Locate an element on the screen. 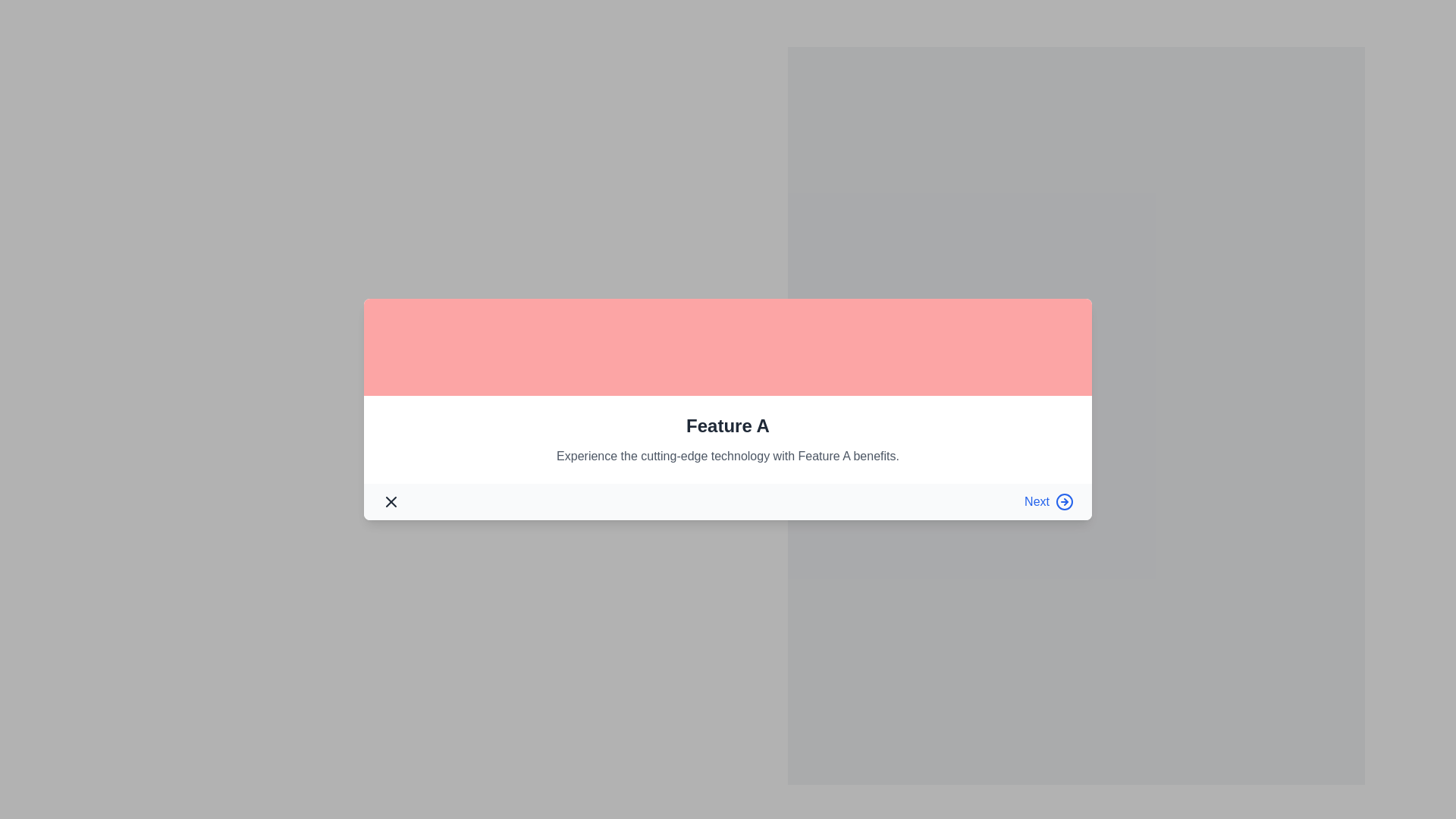 Image resolution: width=1456 pixels, height=819 pixels. the 'Next' button located at the bottom-right corner of the modal footer is located at coordinates (1048, 502).